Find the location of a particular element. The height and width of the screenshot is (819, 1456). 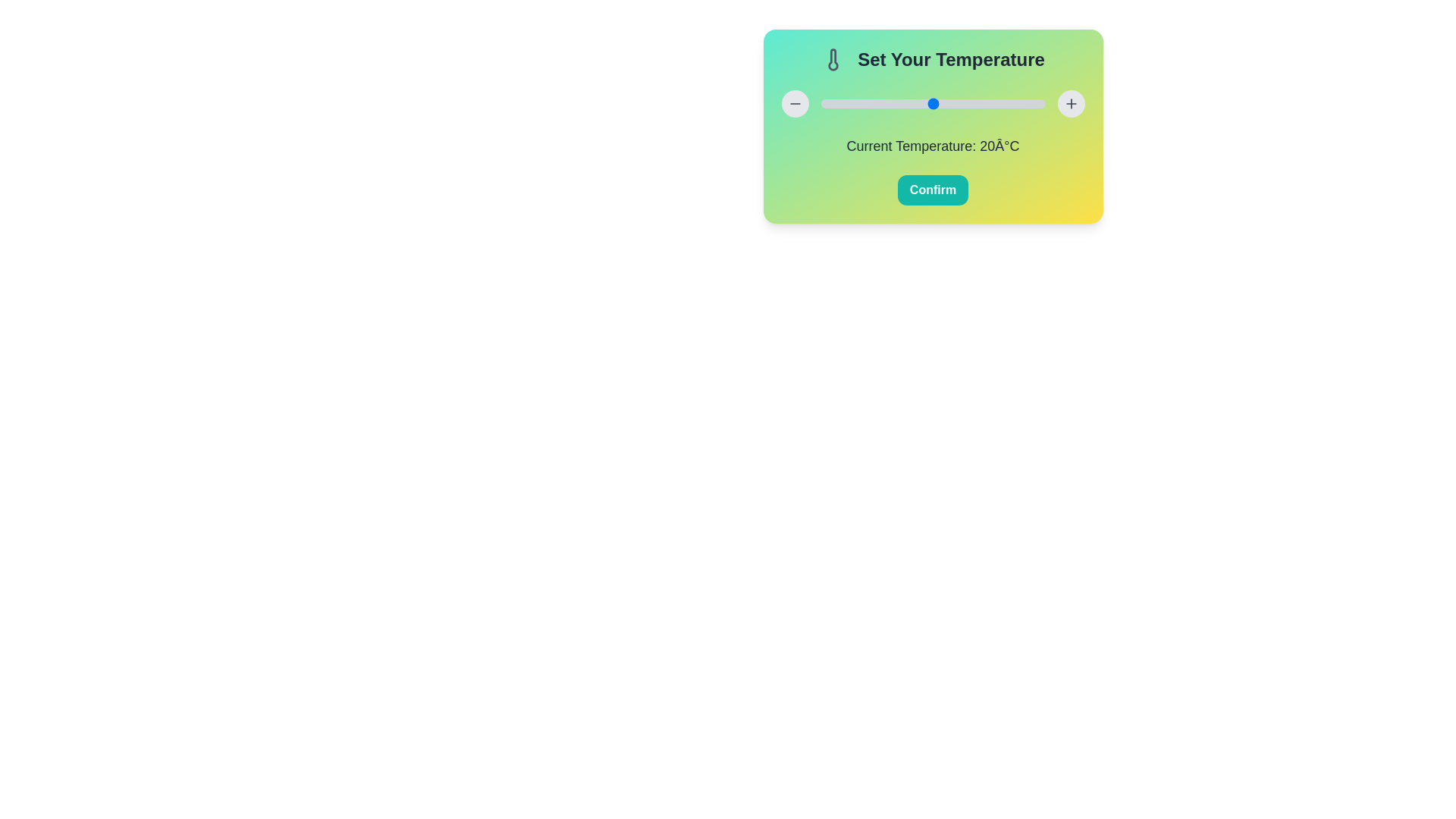

the temperature slider to set the temperature to 30°C is located at coordinates (989, 103).